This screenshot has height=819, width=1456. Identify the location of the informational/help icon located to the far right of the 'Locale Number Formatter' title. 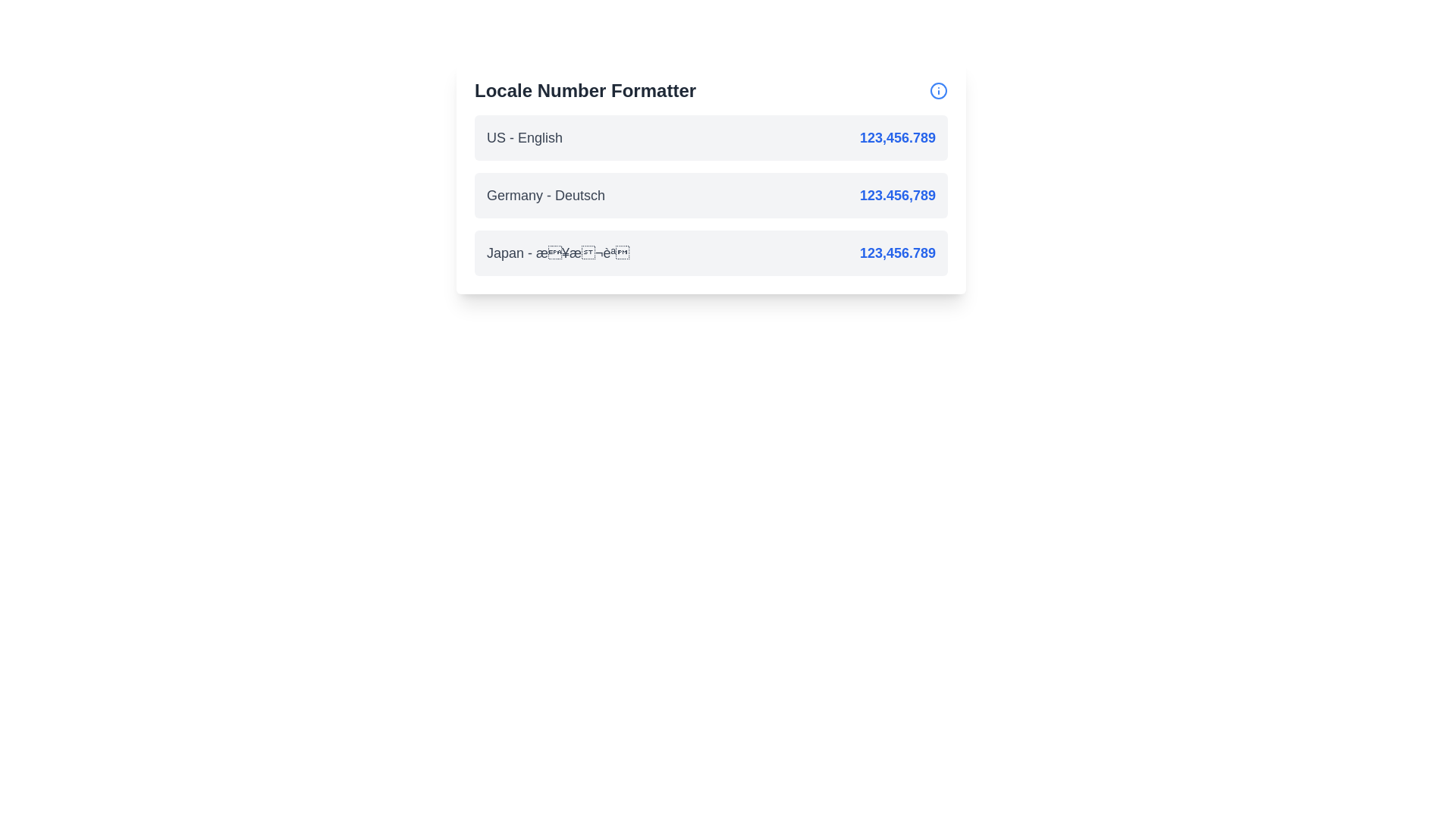
(938, 90).